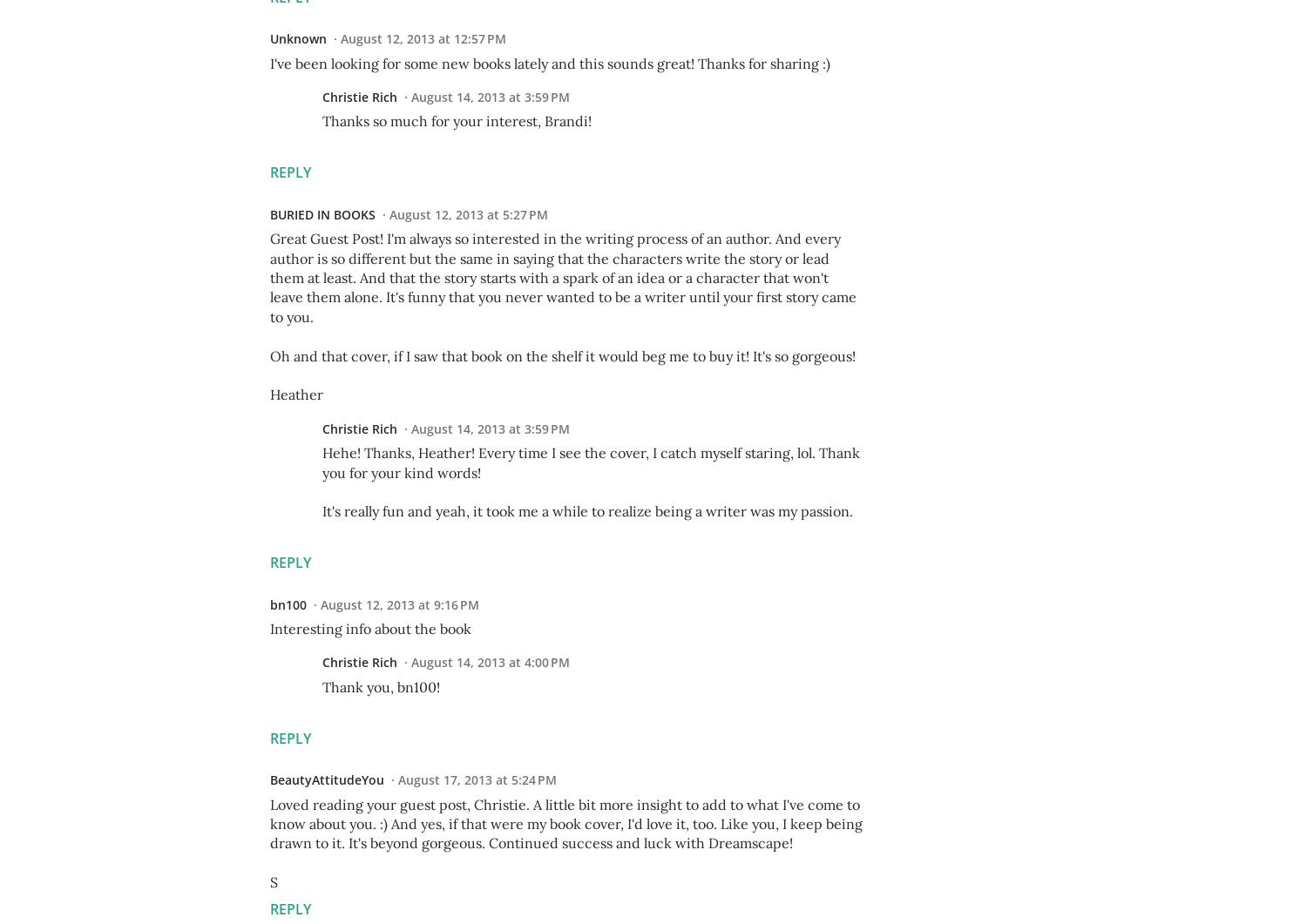 The image size is (1307, 924). I want to click on 'Interesting info about the book', so click(370, 629).